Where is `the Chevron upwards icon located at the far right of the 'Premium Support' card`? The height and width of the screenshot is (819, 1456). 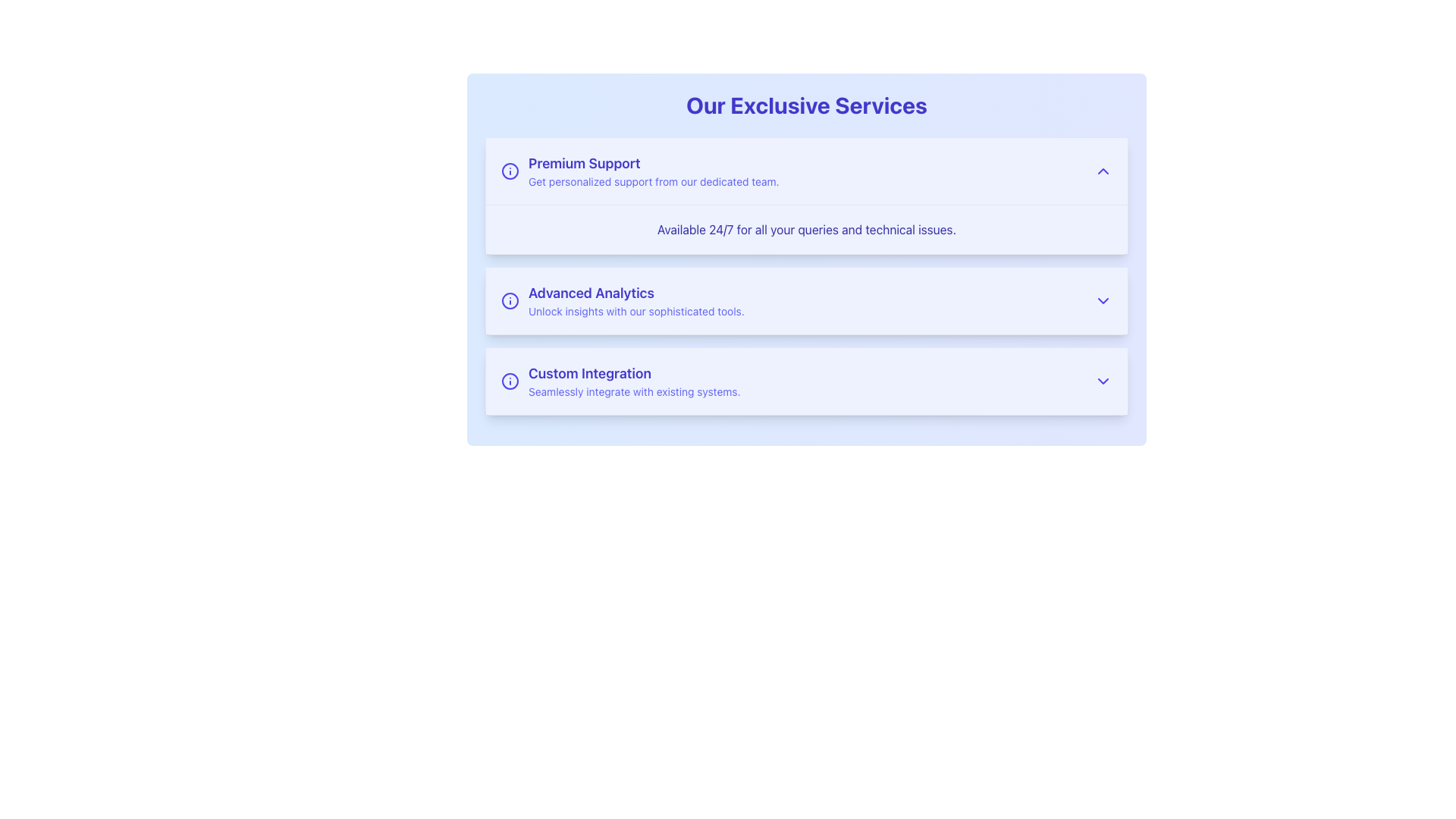
the Chevron upwards icon located at the far right of the 'Premium Support' card is located at coordinates (1103, 171).